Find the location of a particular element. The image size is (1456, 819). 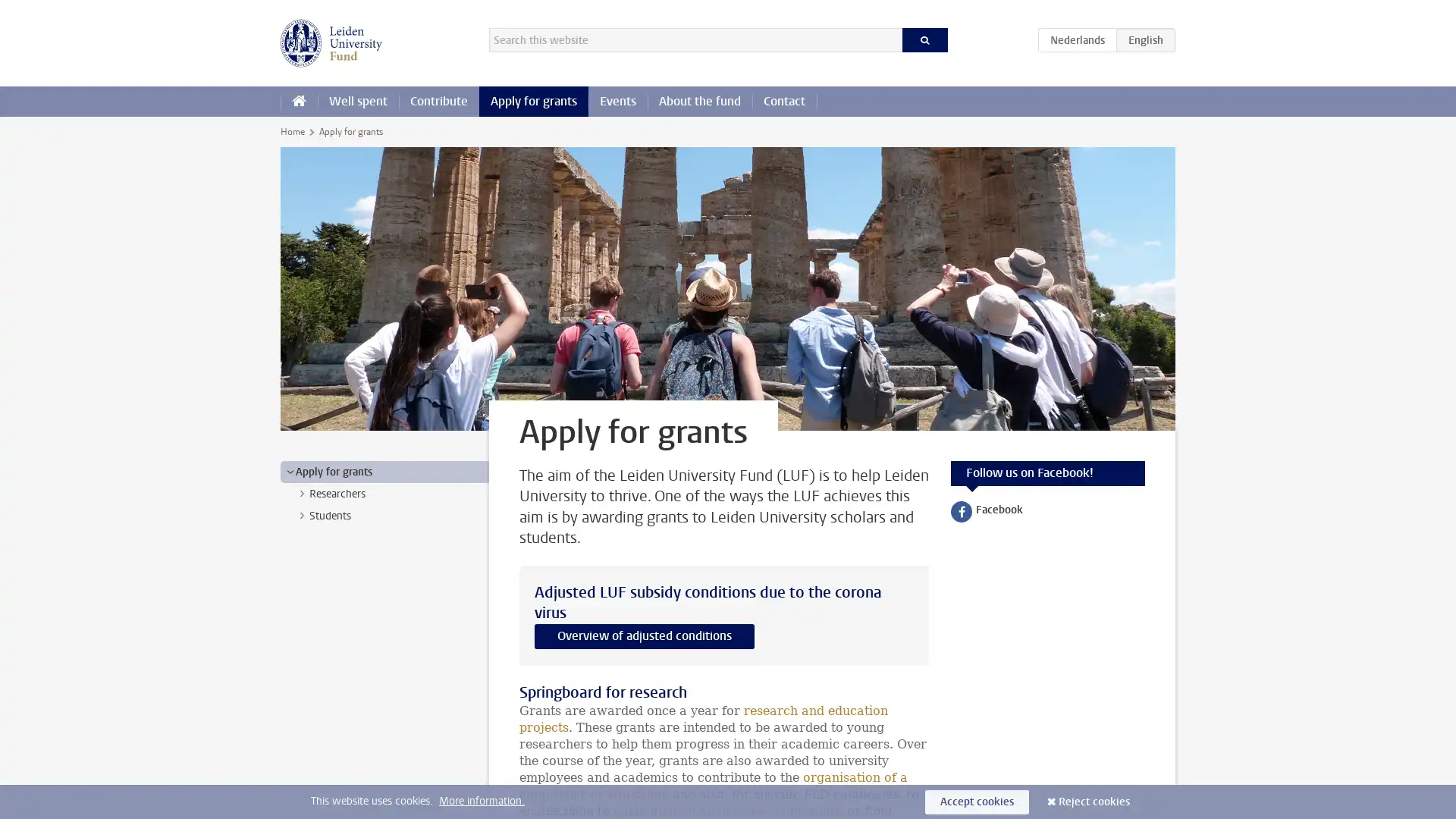

Accept cookies is located at coordinates (977, 801).